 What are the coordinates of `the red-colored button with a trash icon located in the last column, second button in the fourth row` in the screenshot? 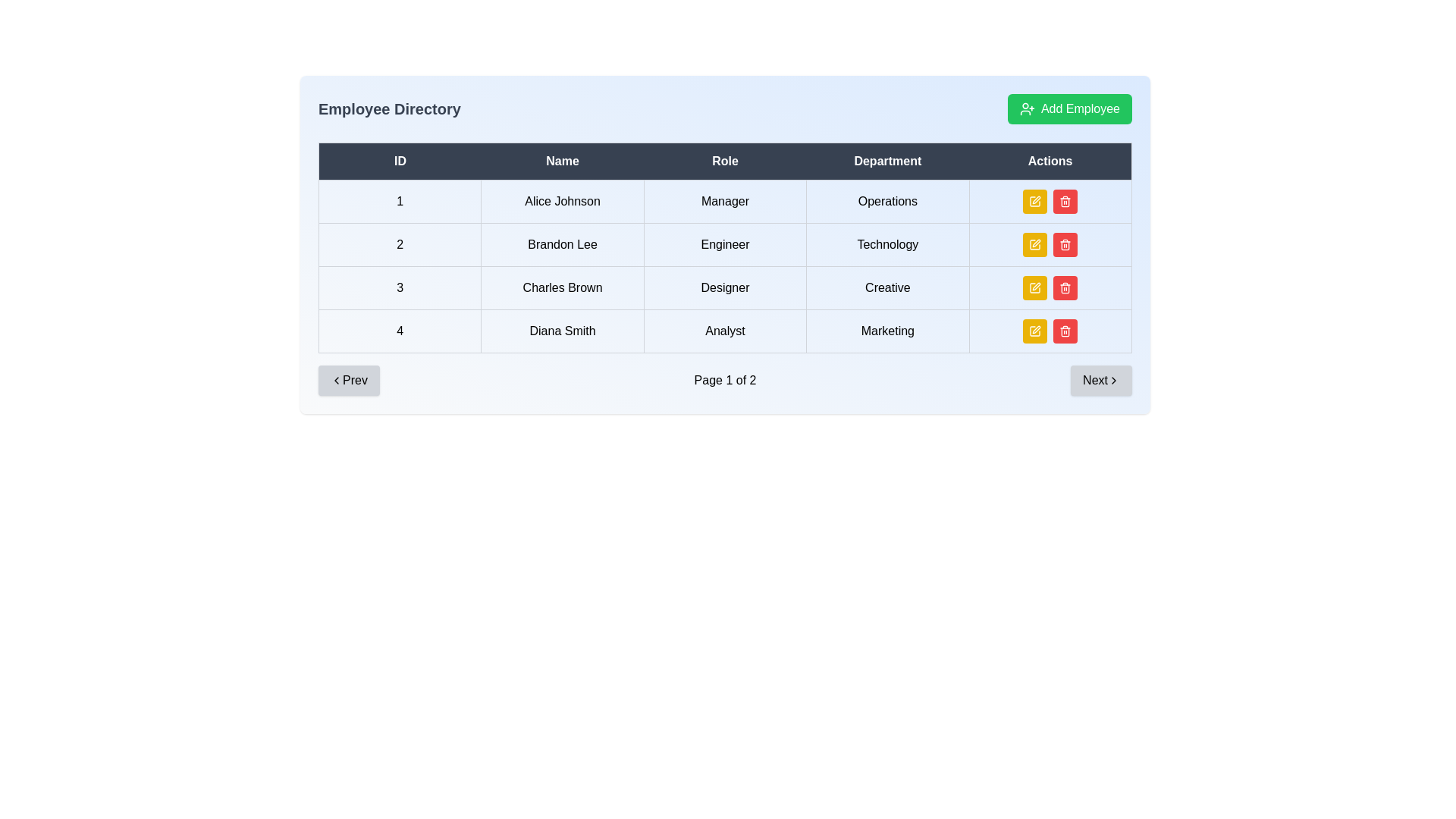 It's located at (1065, 288).